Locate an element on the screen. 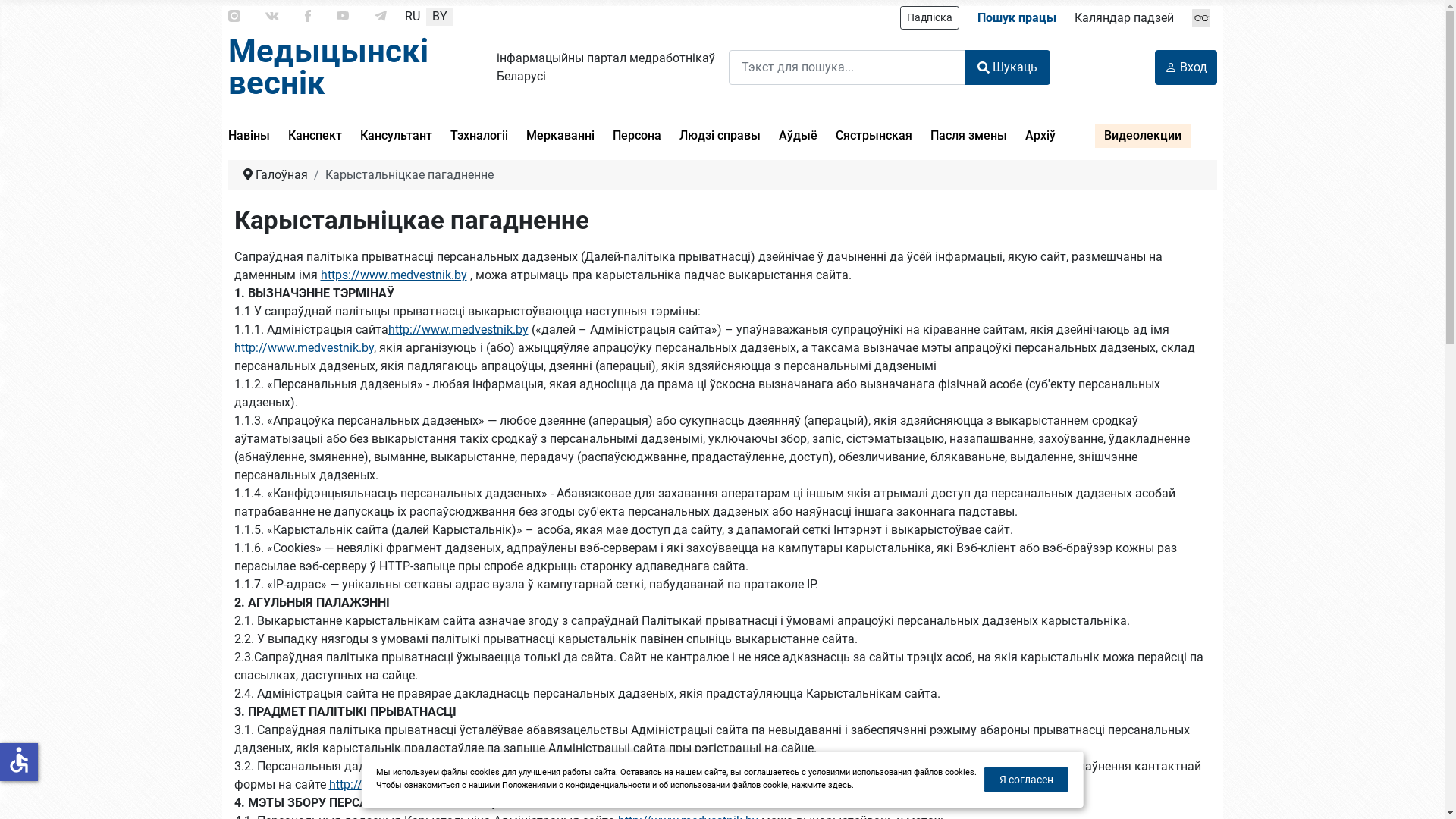 The image size is (1456, 819). 'RU' is located at coordinates (412, 16).